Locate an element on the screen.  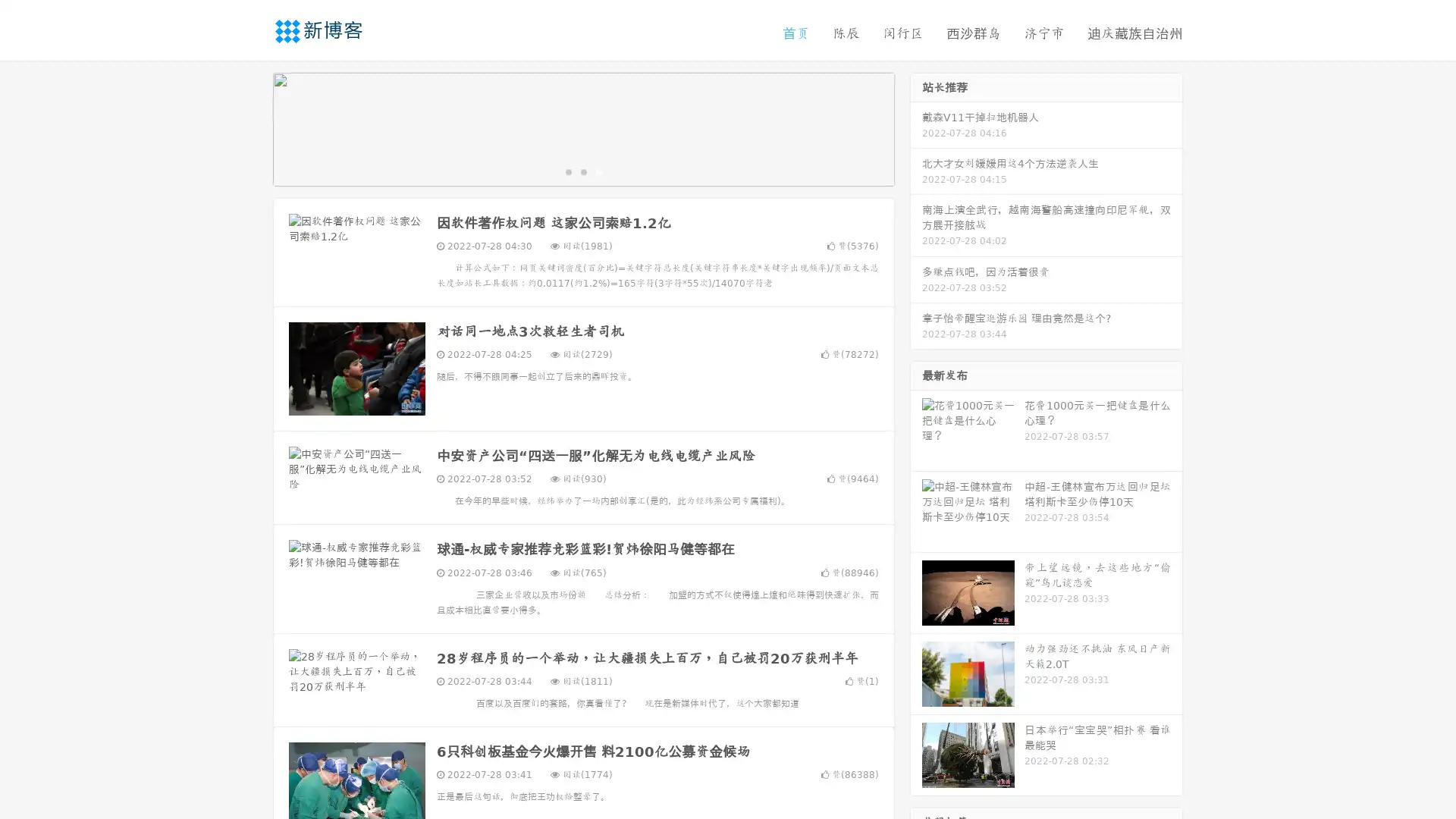
Previous slide is located at coordinates (250, 127).